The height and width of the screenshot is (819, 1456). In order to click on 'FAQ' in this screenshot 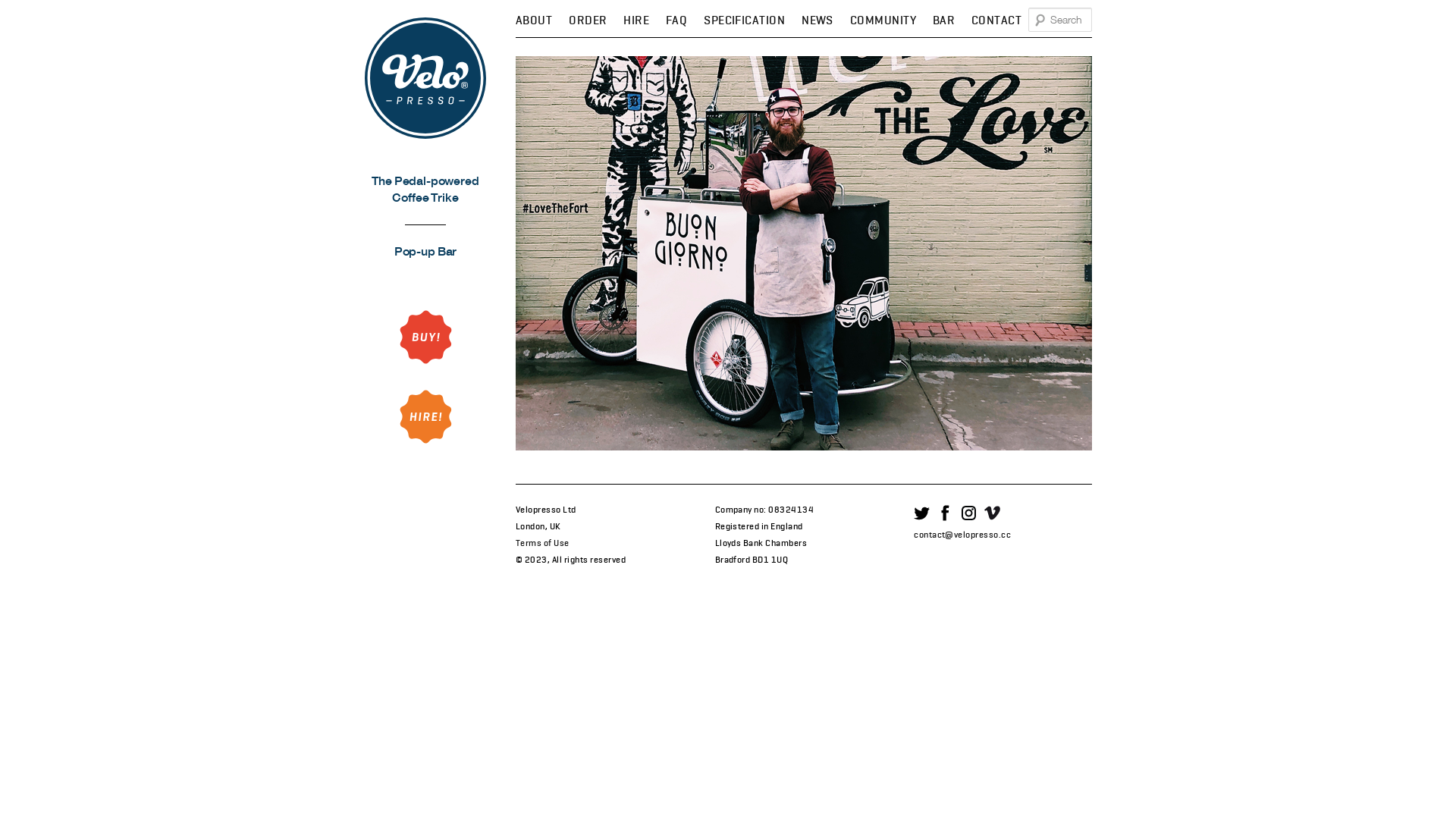, I will do `click(666, 20)`.